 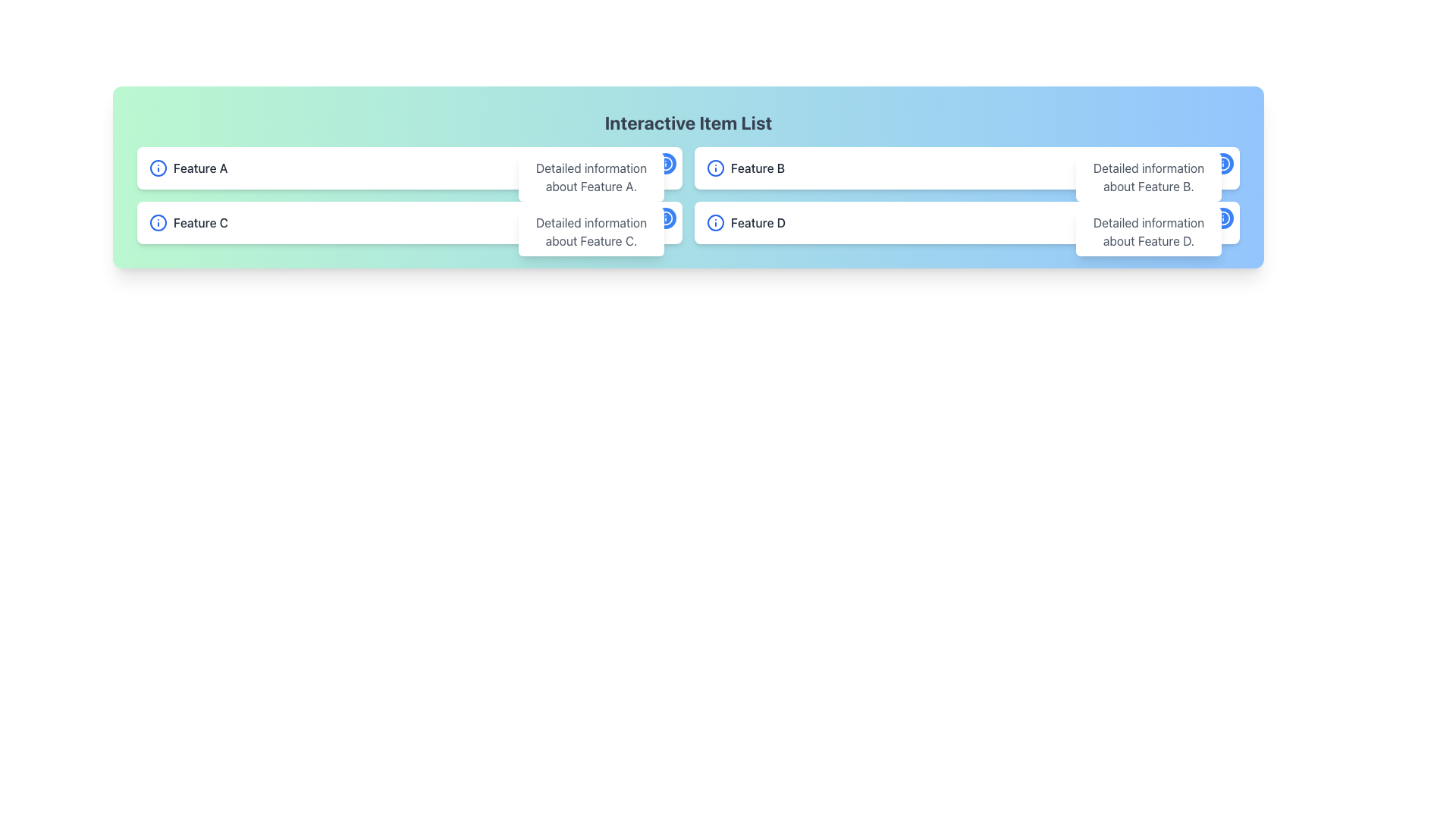 What do you see at coordinates (590, 231) in the screenshot?
I see `the tooltip that provides additional information about 'Feature C', which appears below and to the right of the associated icon` at bounding box center [590, 231].